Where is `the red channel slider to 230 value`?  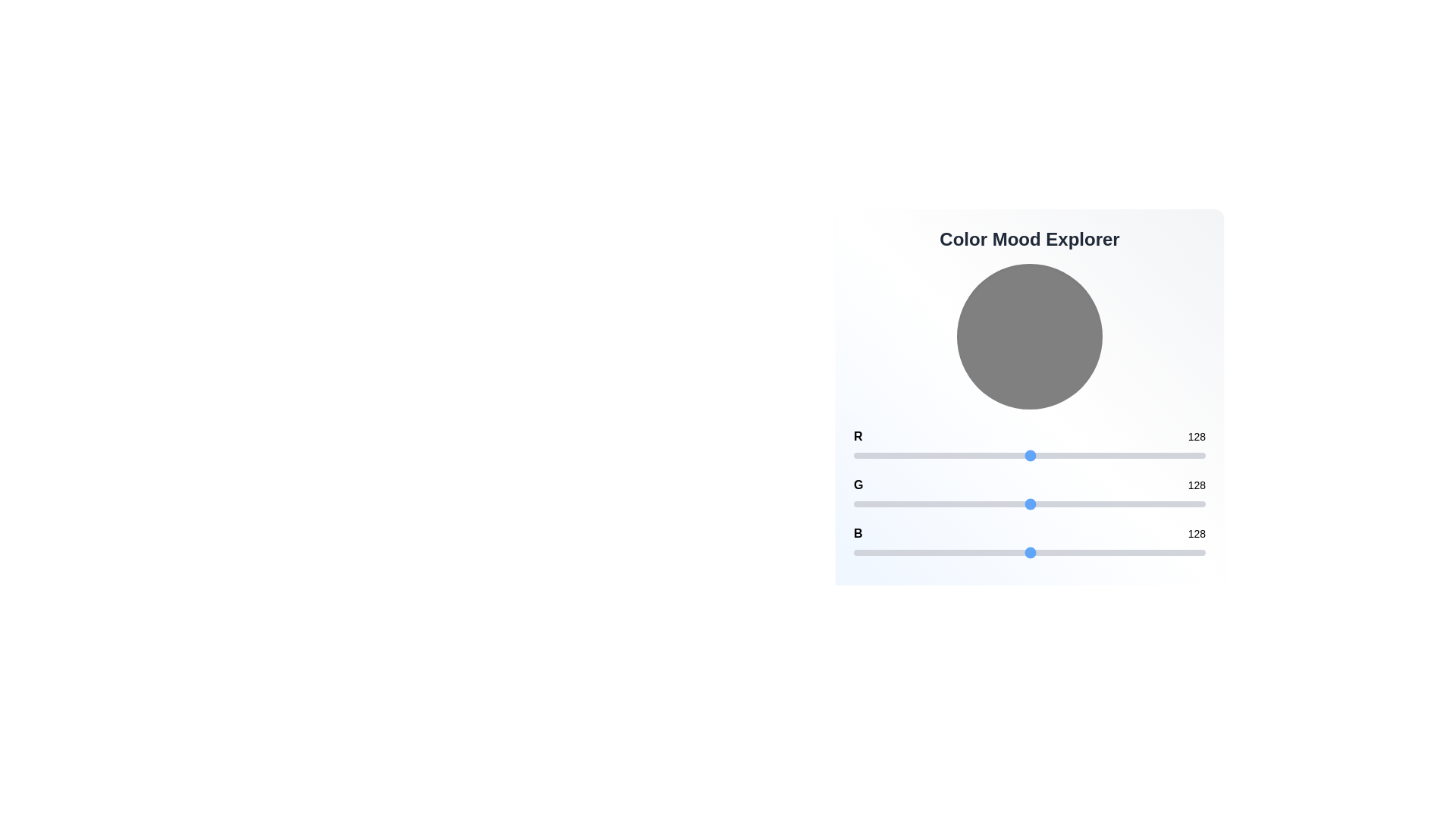
the red channel slider to 230 value is located at coordinates (1170, 455).